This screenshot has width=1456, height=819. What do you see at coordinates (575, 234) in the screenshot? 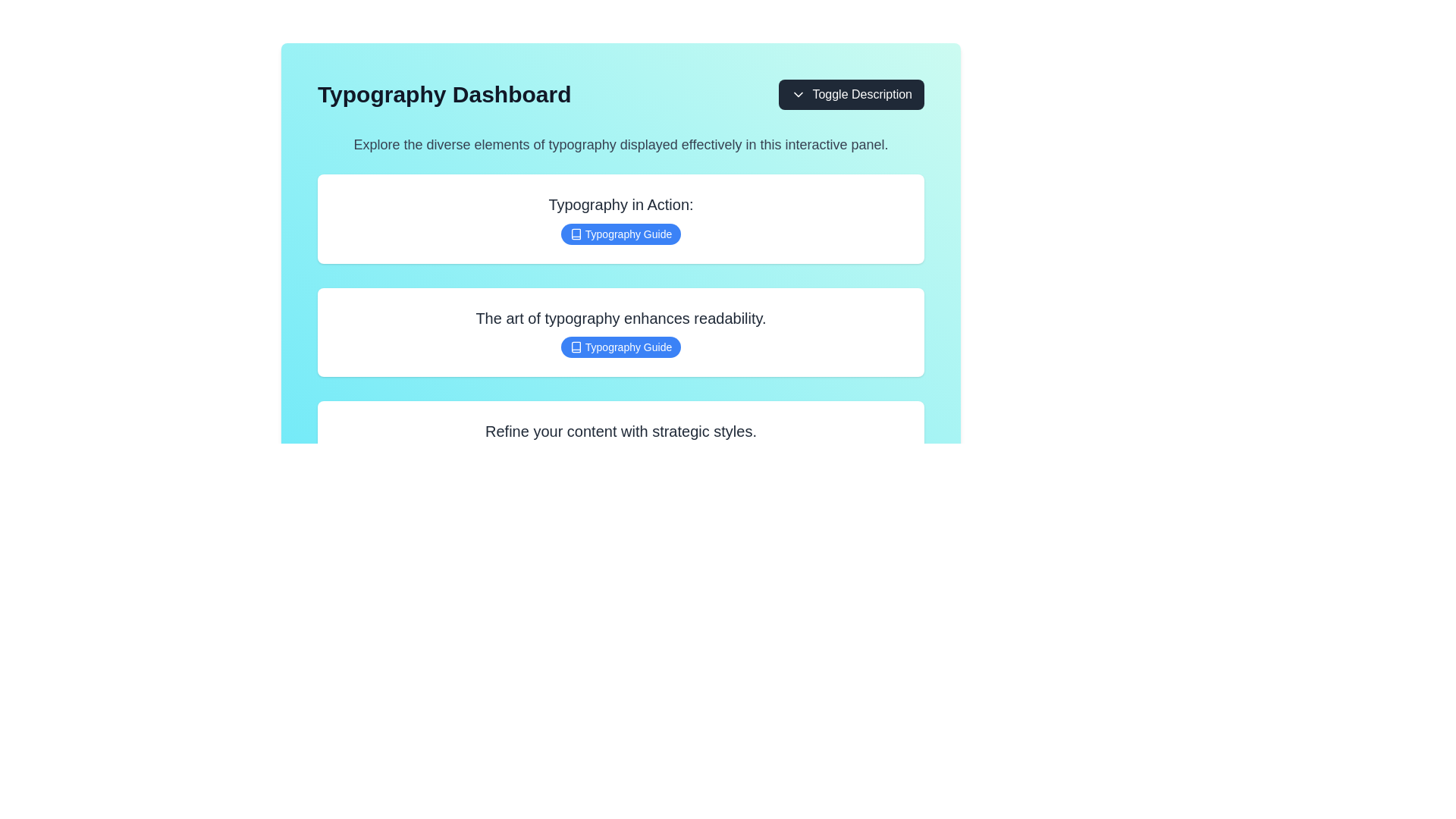
I see `the button labeled 'Typography Guide' which contains a minimalistic book icon` at bounding box center [575, 234].